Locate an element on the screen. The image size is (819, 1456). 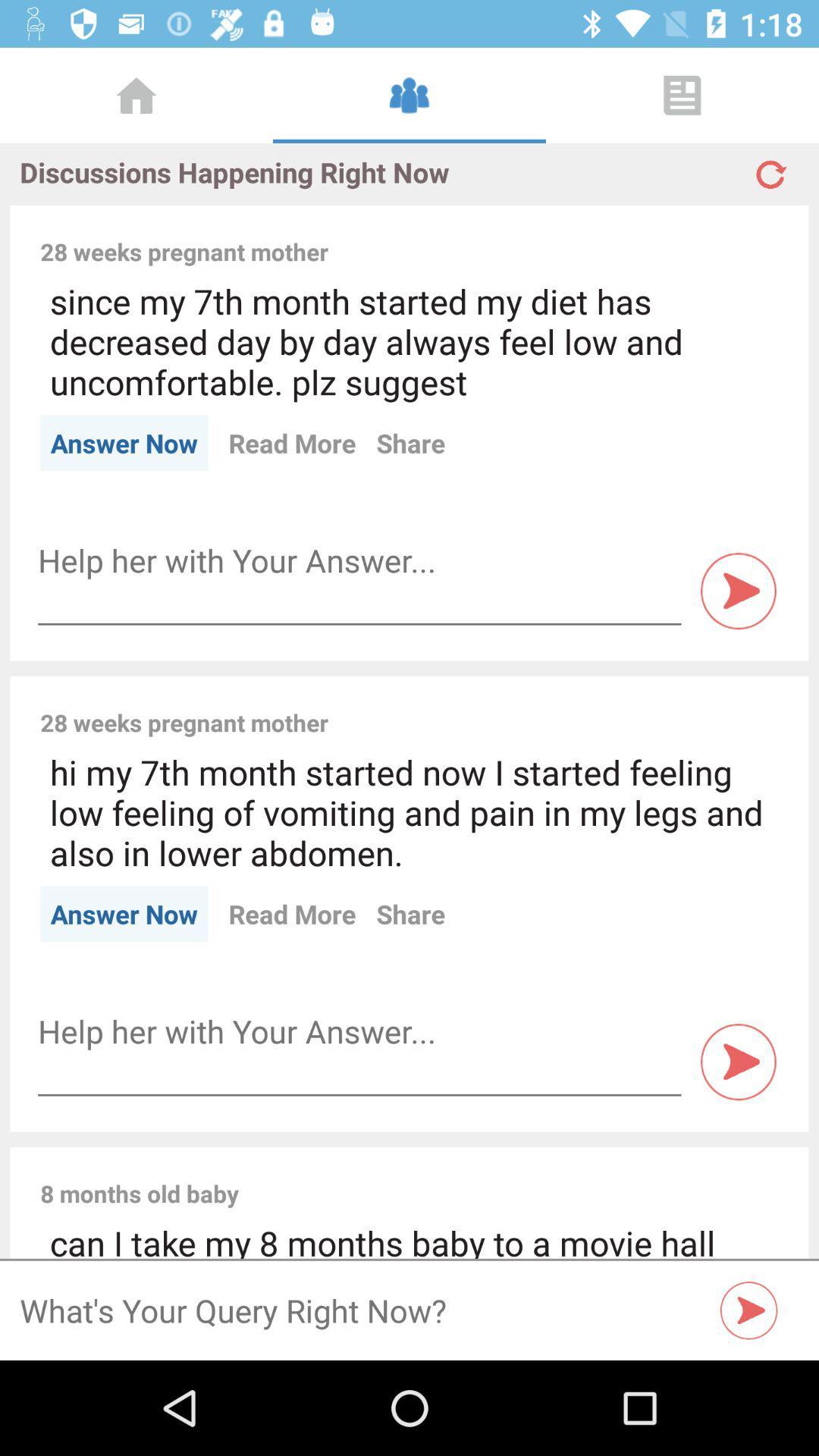
refresh the page is located at coordinates (769, 168).